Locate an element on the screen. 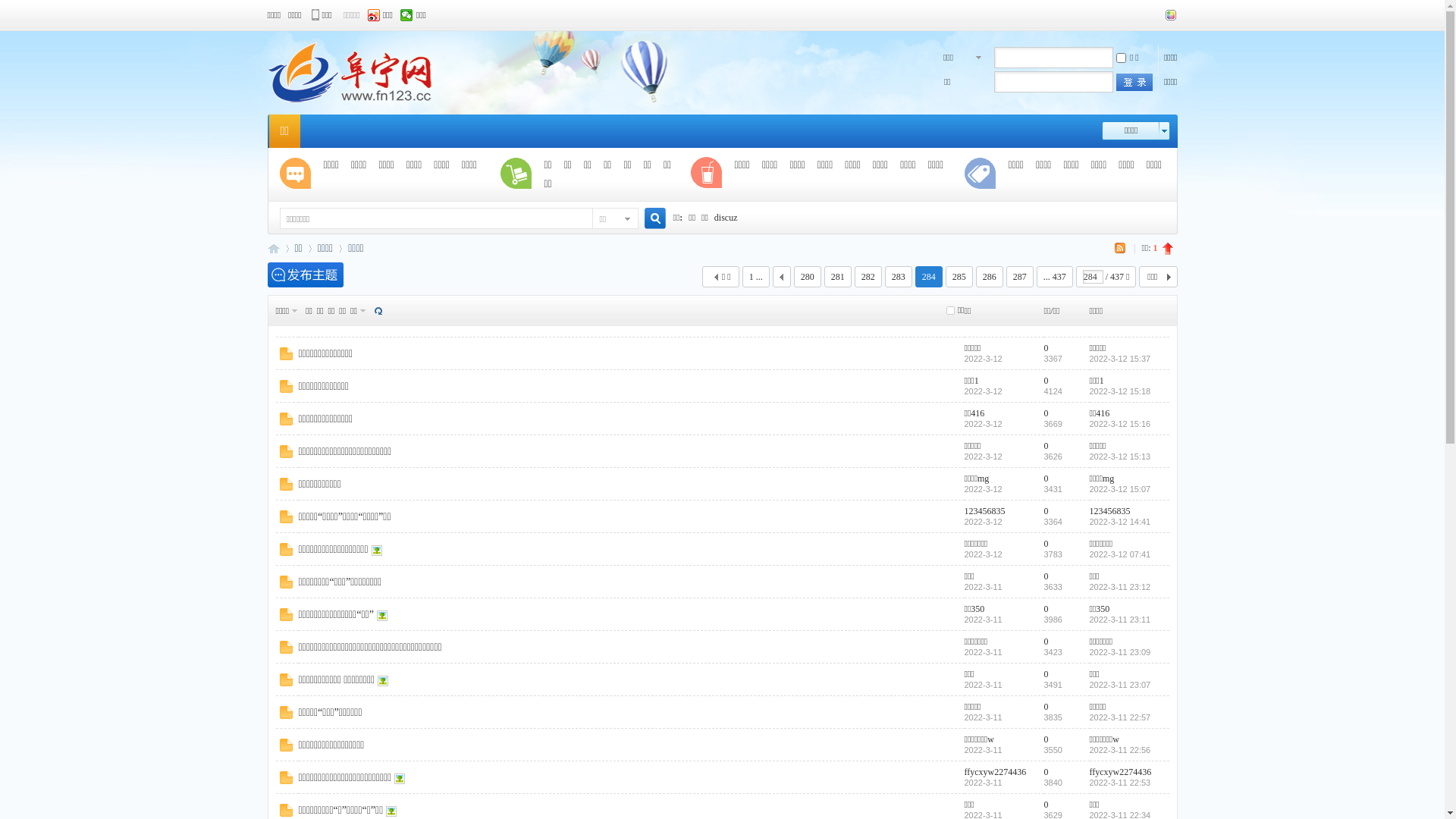 The image size is (1456, 819). 'discuz' is located at coordinates (713, 217).